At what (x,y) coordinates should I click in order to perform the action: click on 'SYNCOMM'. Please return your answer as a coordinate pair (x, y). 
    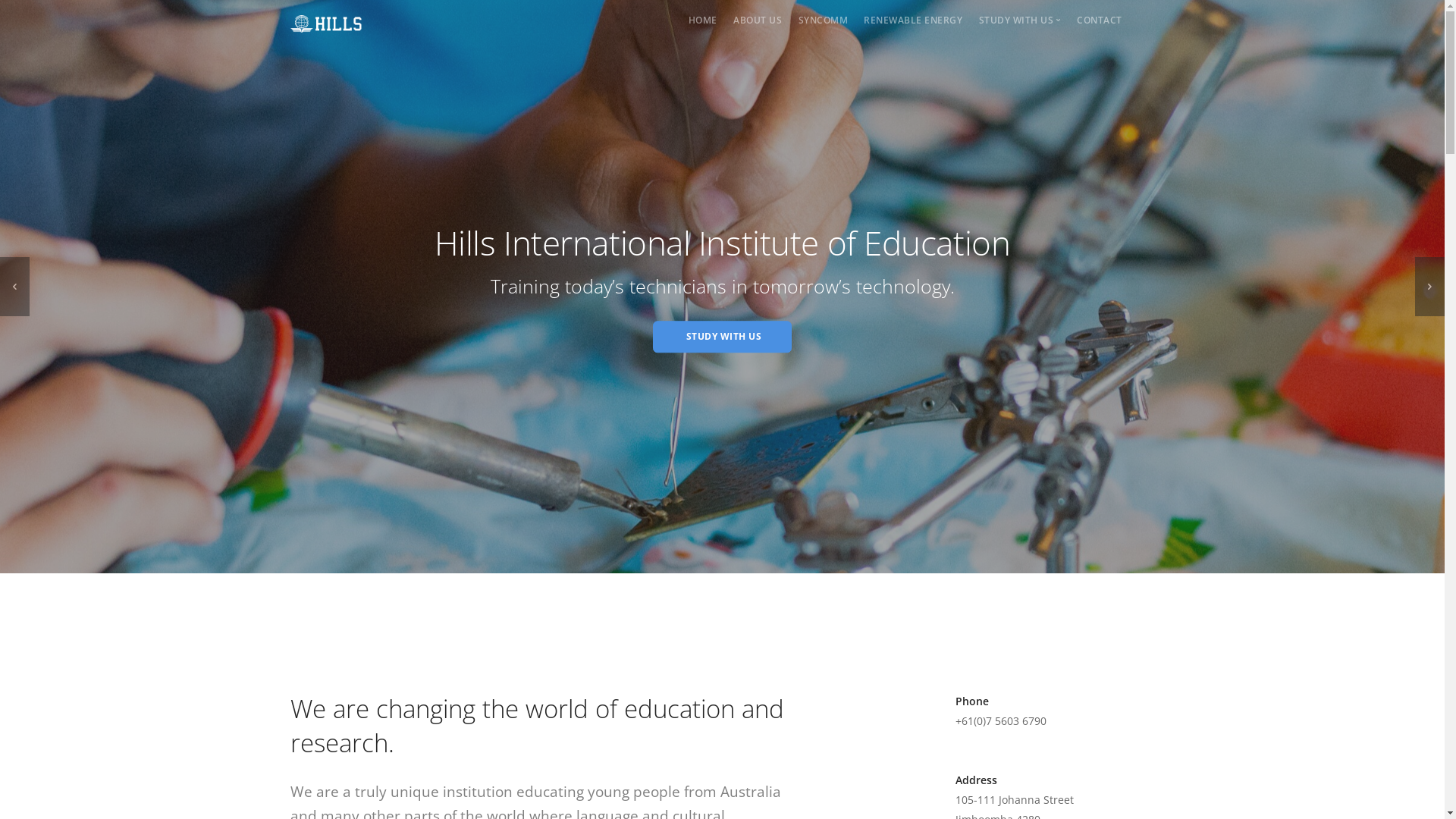
    Looking at the image, I should click on (822, 20).